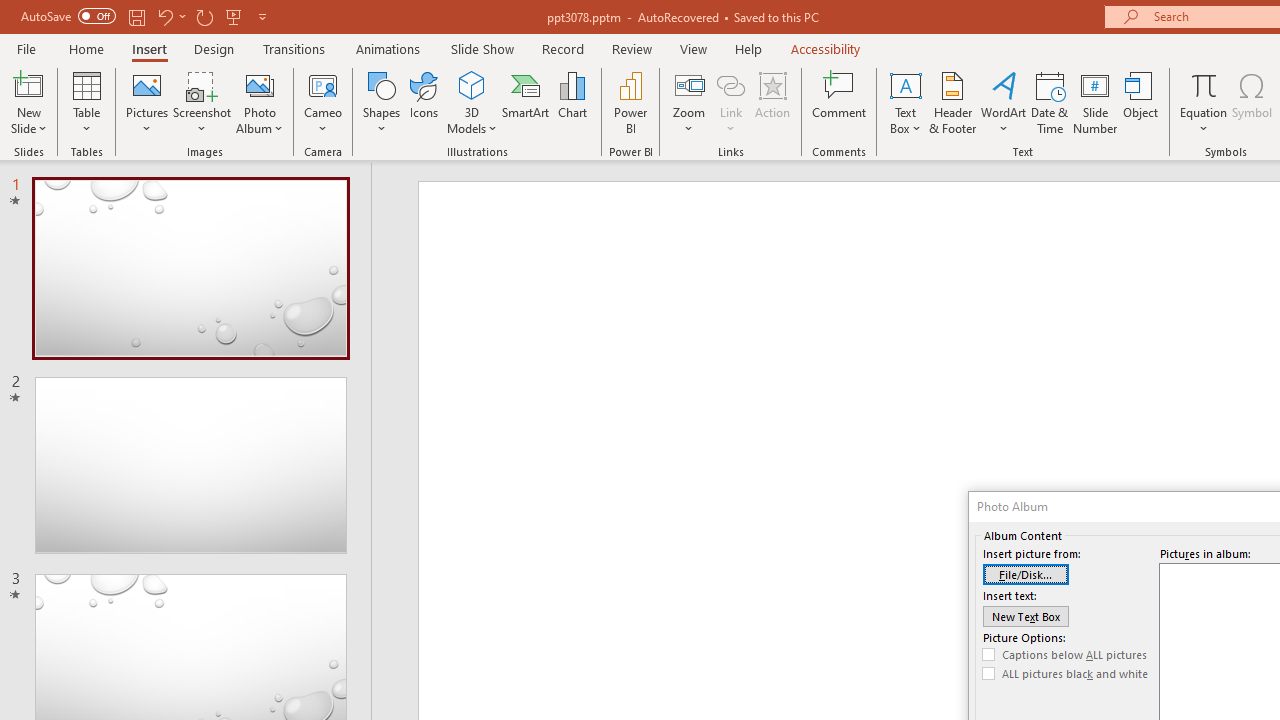 The width and height of the screenshot is (1280, 720). I want to click on 'Comment', so click(839, 103).